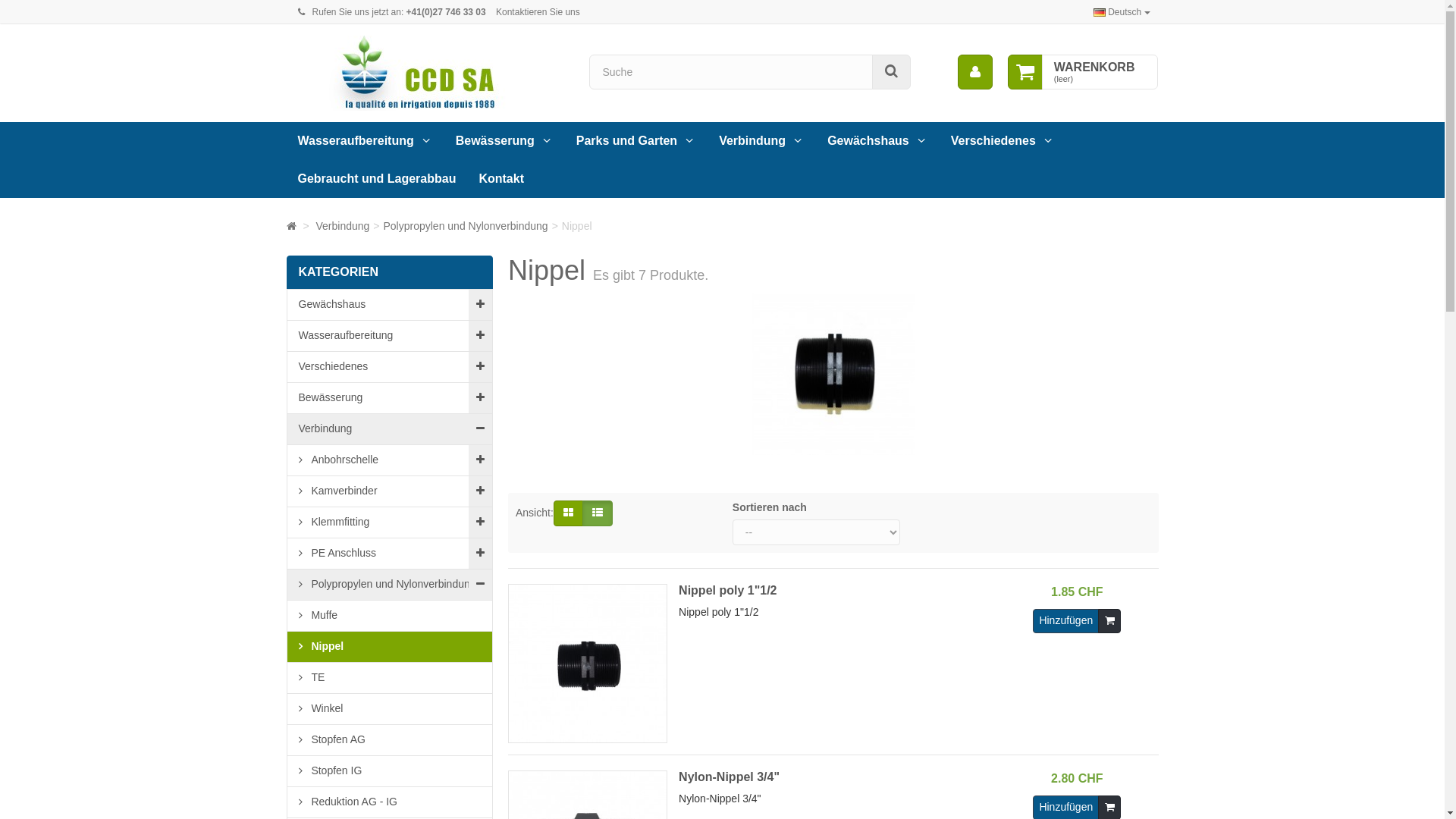 Image resolution: width=1456 pixels, height=819 pixels. I want to click on 'Nippel poly 1"1/2, so click(752, 663).